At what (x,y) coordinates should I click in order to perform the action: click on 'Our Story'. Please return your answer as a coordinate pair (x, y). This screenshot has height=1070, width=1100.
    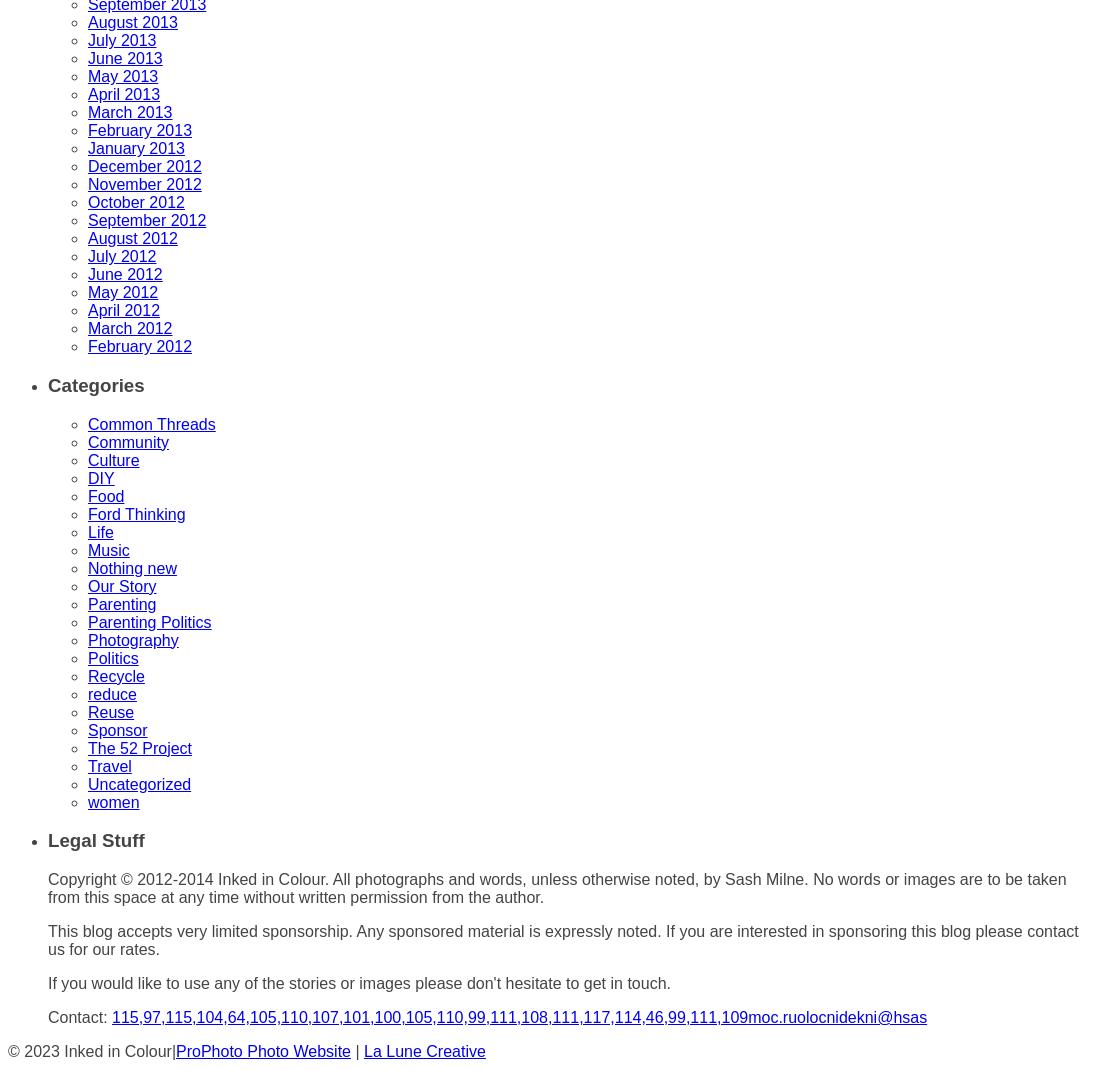
    Looking at the image, I should click on (121, 584).